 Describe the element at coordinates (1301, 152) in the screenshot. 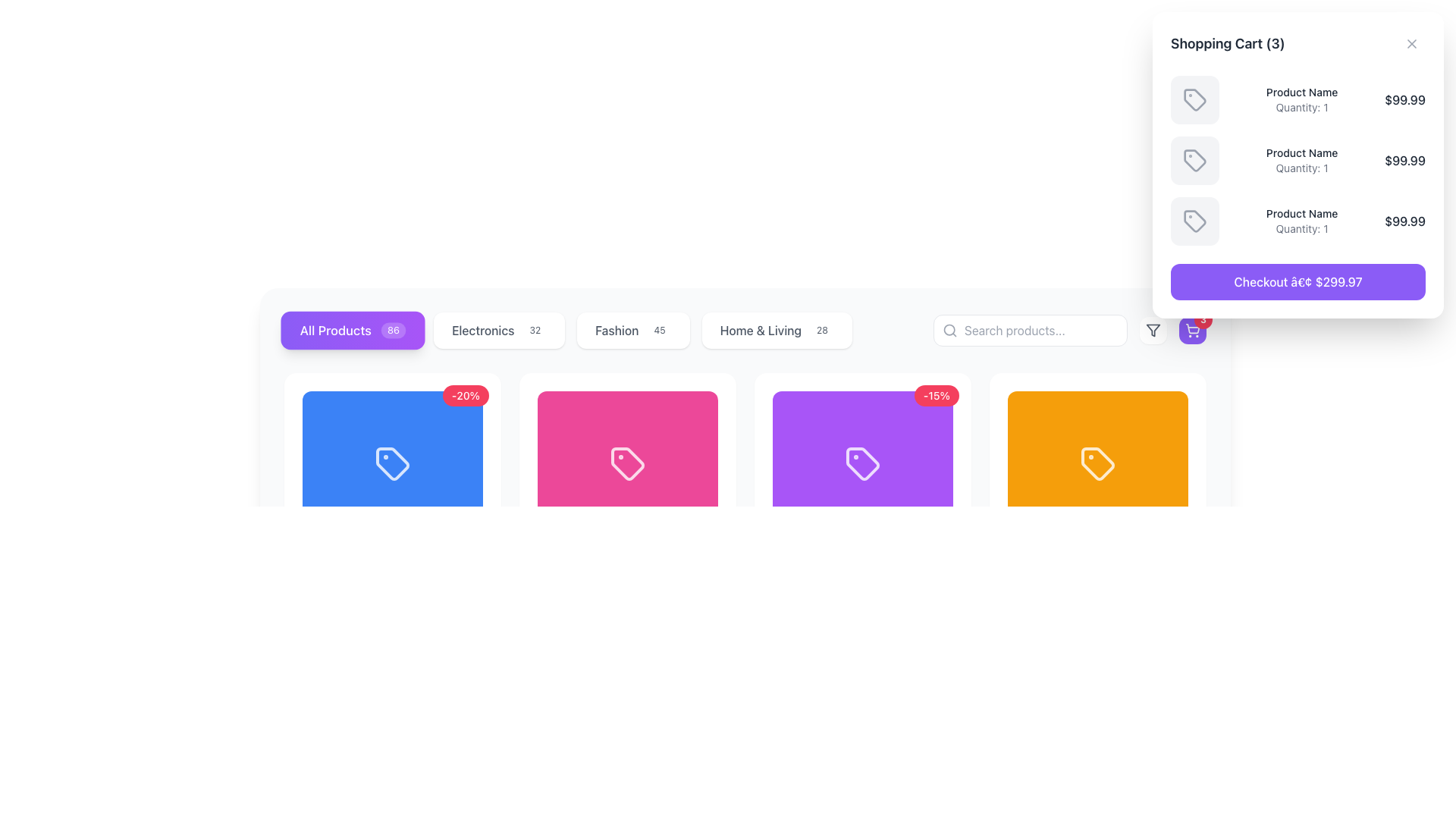

I see `text 'Product Name' from the text label located at the top center of the shopping cart panel, under the product icon and above the quantity text` at that location.